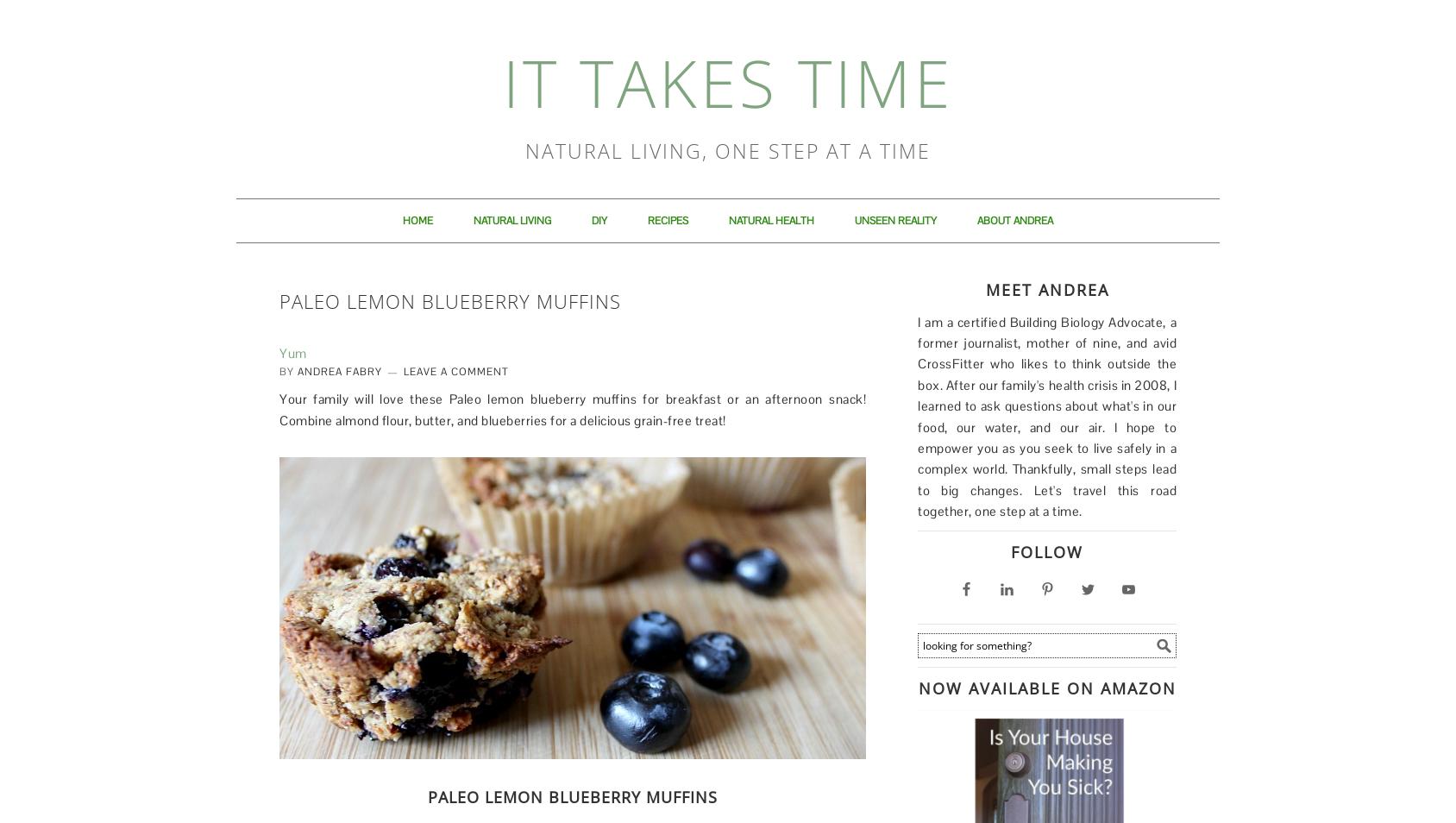 Image resolution: width=1456 pixels, height=823 pixels. What do you see at coordinates (1047, 415) in the screenshot?
I see `'I am a certified Building Biology Advocate, a former journalist, mother of nine, and avid CrossFitter who likes to think outside the box. After our family's health crisis in 2008, I learned to ask questions about what's in our food, our water, and our air.  I hope to empower you as you seek to live safely in a complex world. Thankfully, small steps lead to big changes. Let's travel this road together, one step at a time.'` at bounding box center [1047, 415].